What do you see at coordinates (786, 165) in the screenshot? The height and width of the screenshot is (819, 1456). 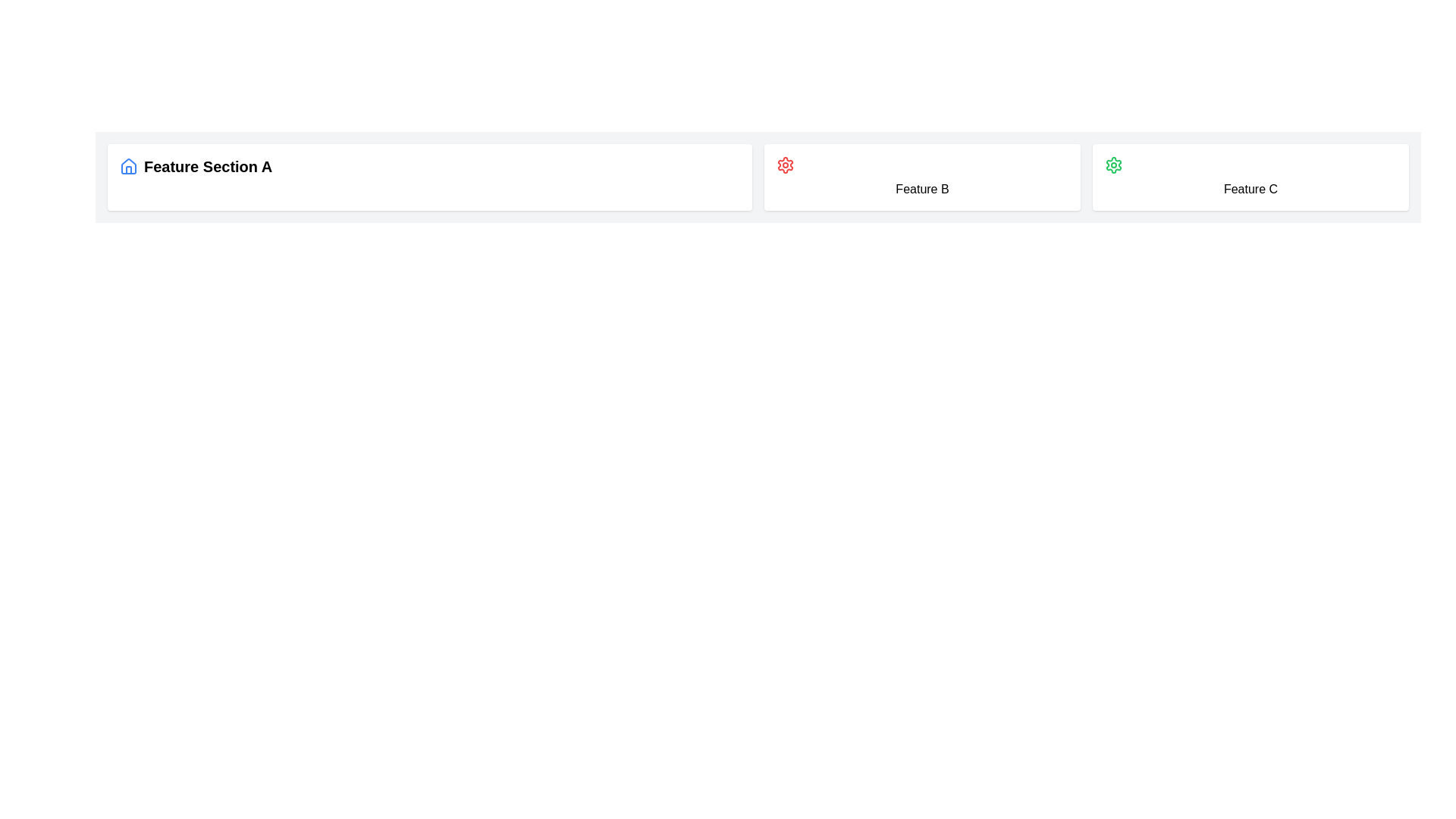 I see `the red gear icon located` at bounding box center [786, 165].